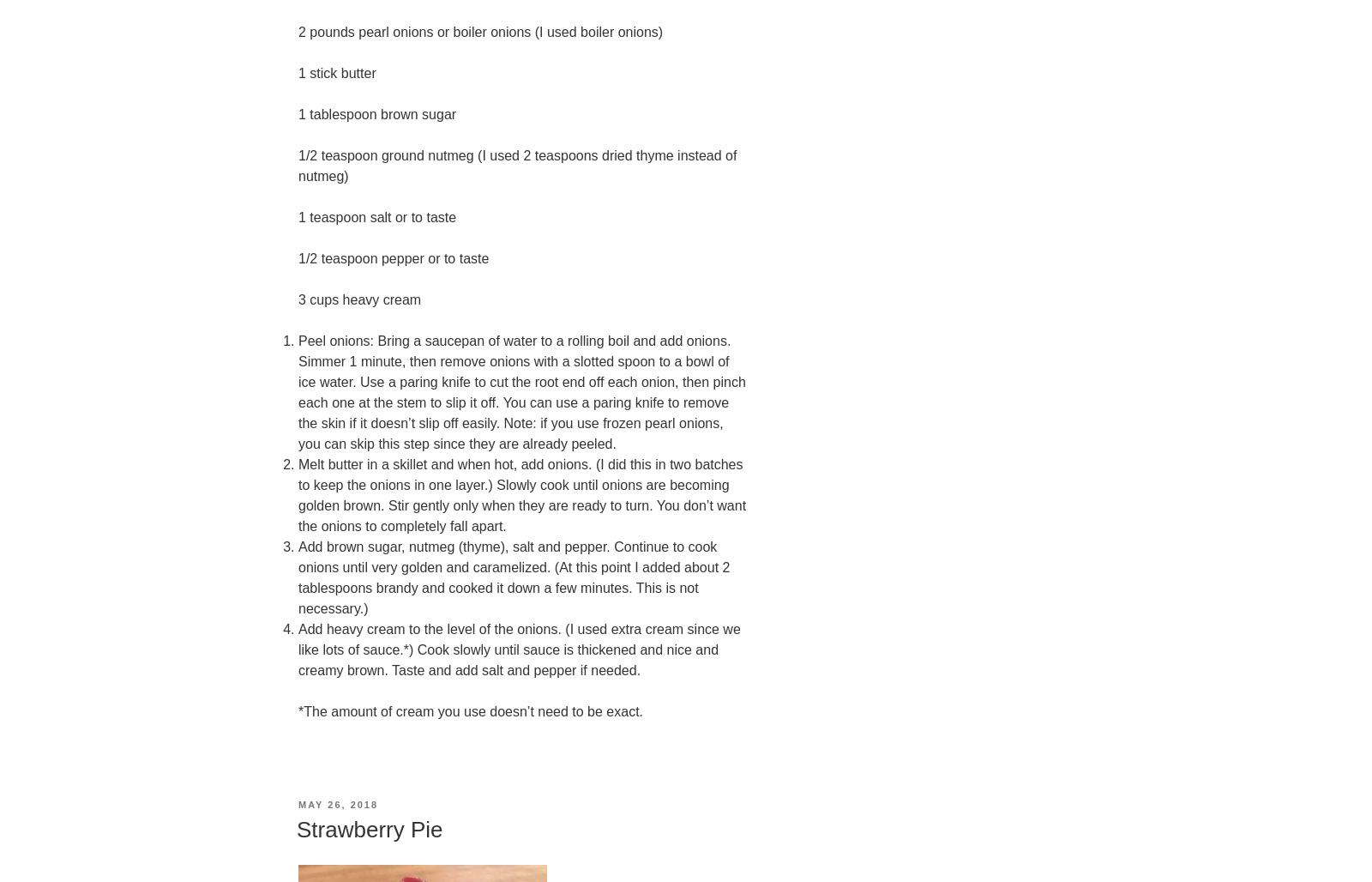 This screenshot has width=1372, height=882. I want to click on '1 teaspoon salt or to taste', so click(376, 216).